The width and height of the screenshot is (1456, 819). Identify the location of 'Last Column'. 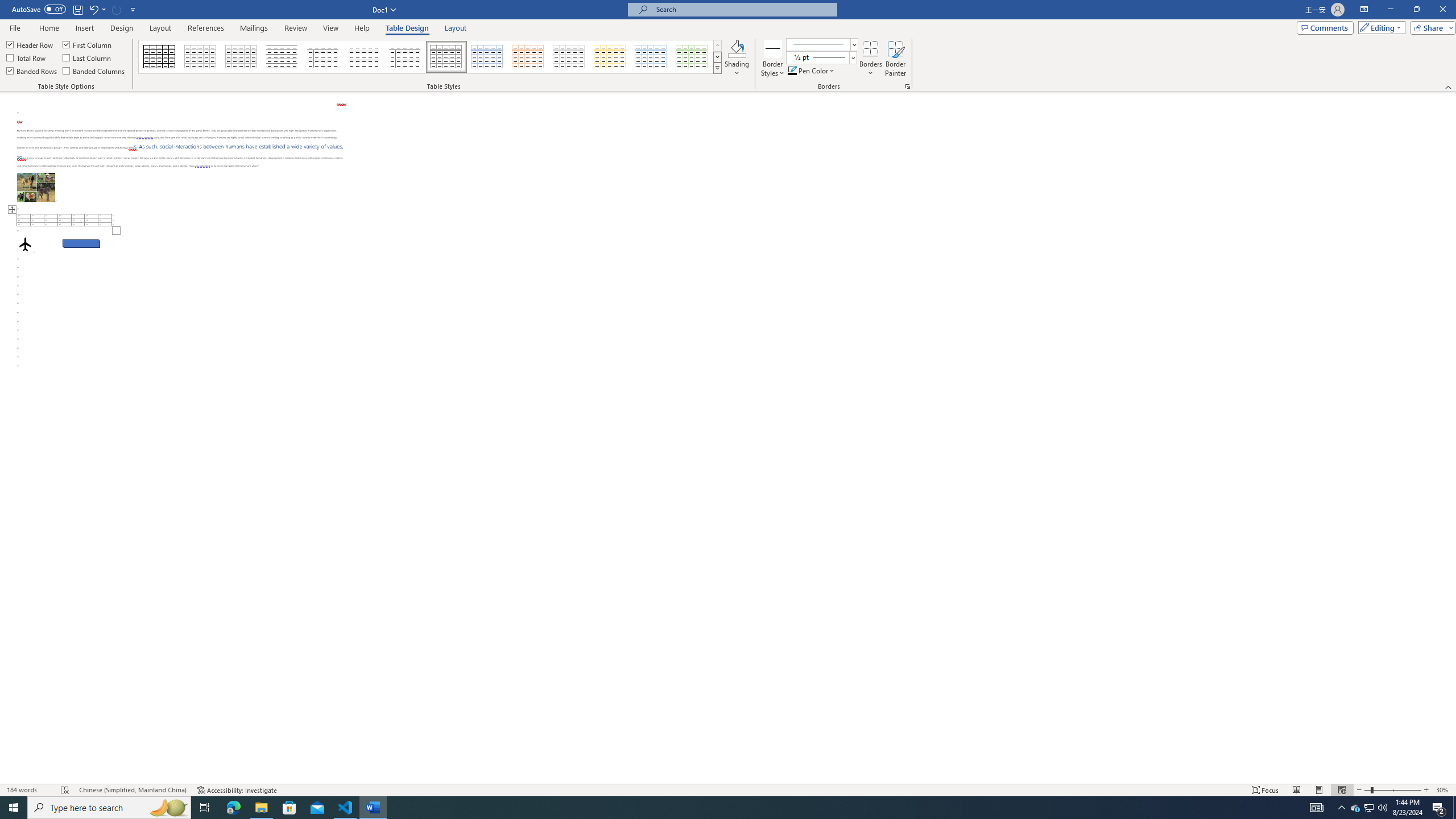
(88, 56).